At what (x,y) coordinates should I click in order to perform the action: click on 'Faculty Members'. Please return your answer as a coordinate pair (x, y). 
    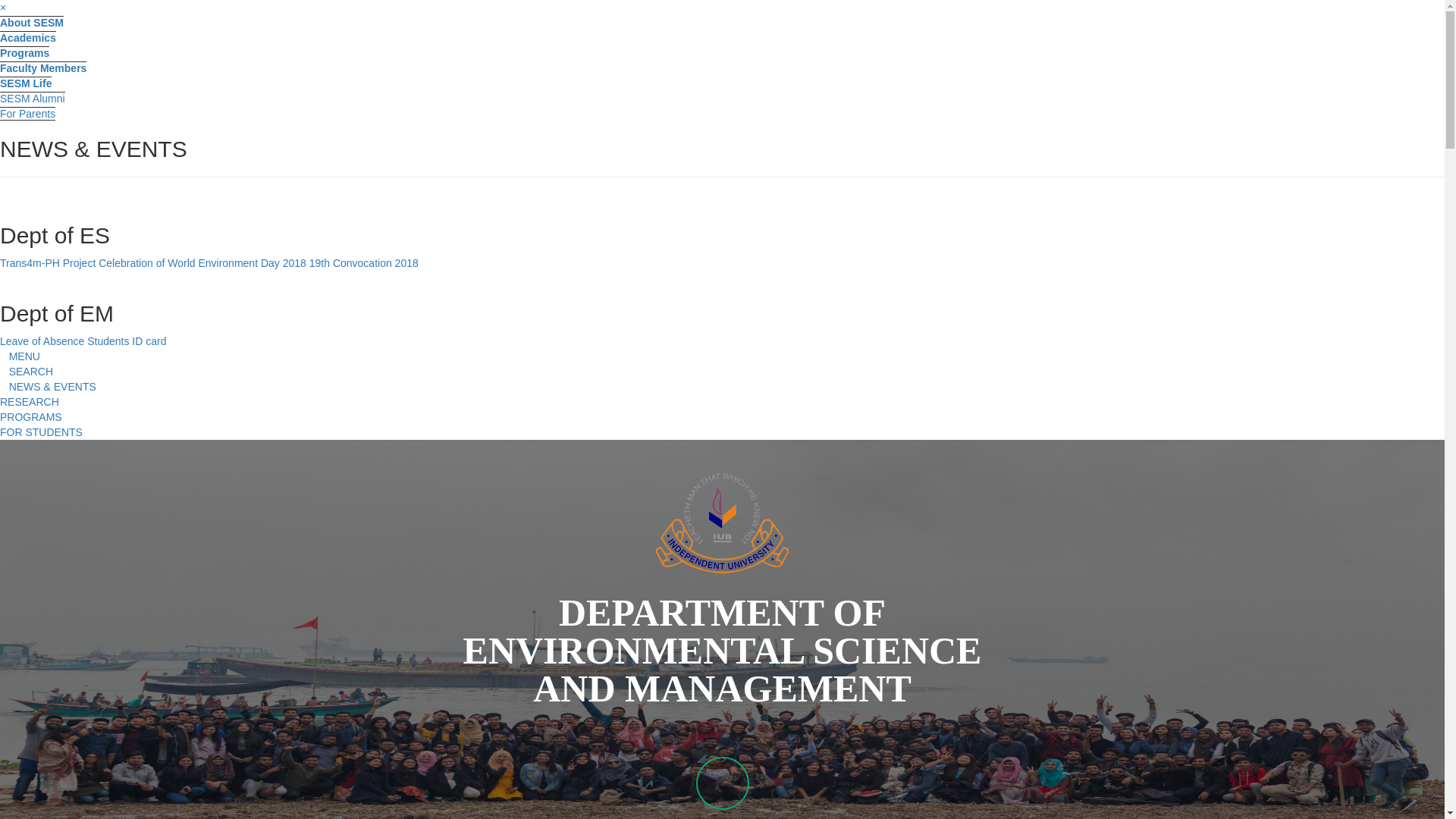
    Looking at the image, I should click on (0, 67).